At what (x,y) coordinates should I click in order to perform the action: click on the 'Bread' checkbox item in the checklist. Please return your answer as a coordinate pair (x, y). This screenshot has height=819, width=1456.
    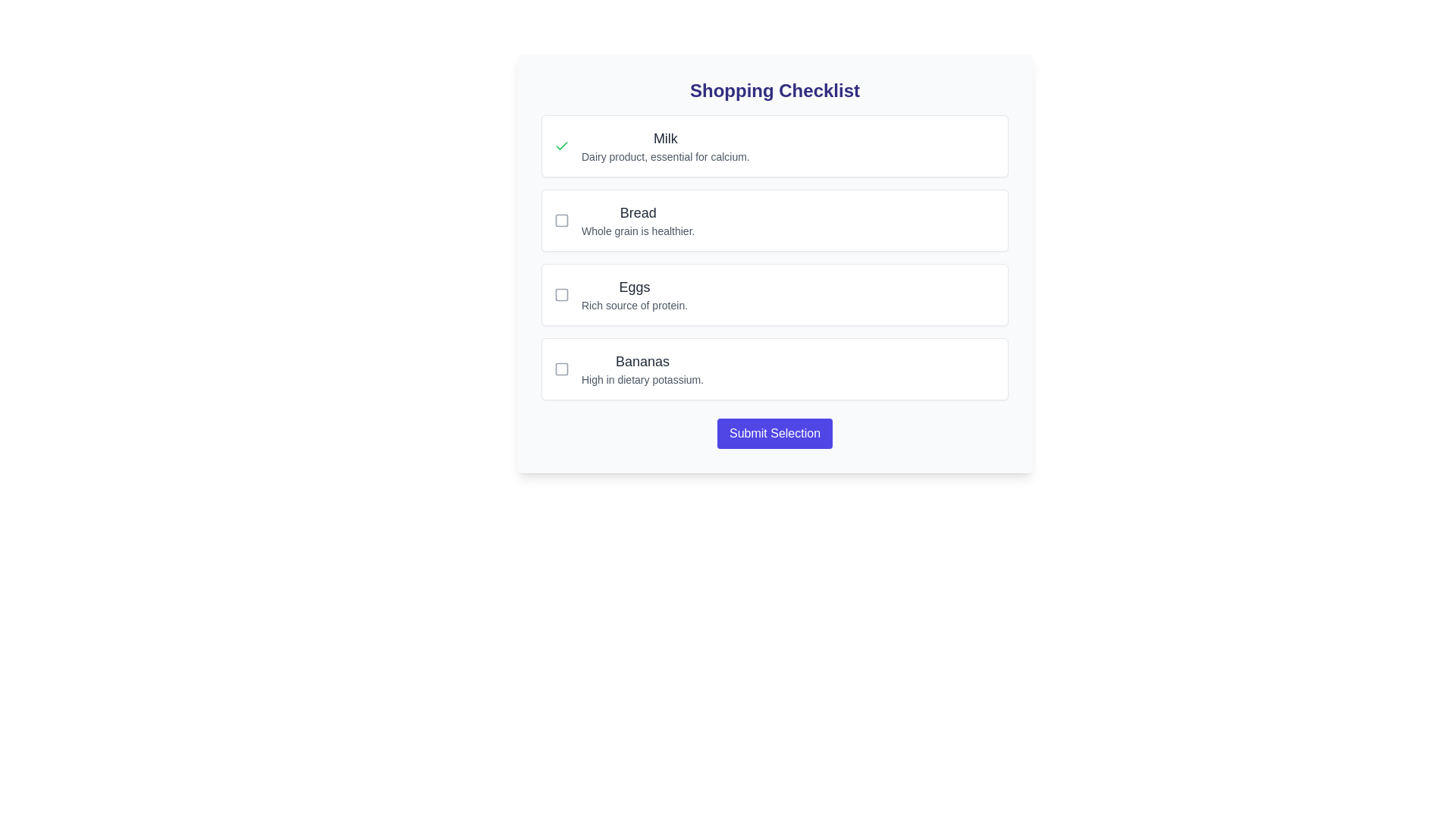
    Looking at the image, I should click on (775, 220).